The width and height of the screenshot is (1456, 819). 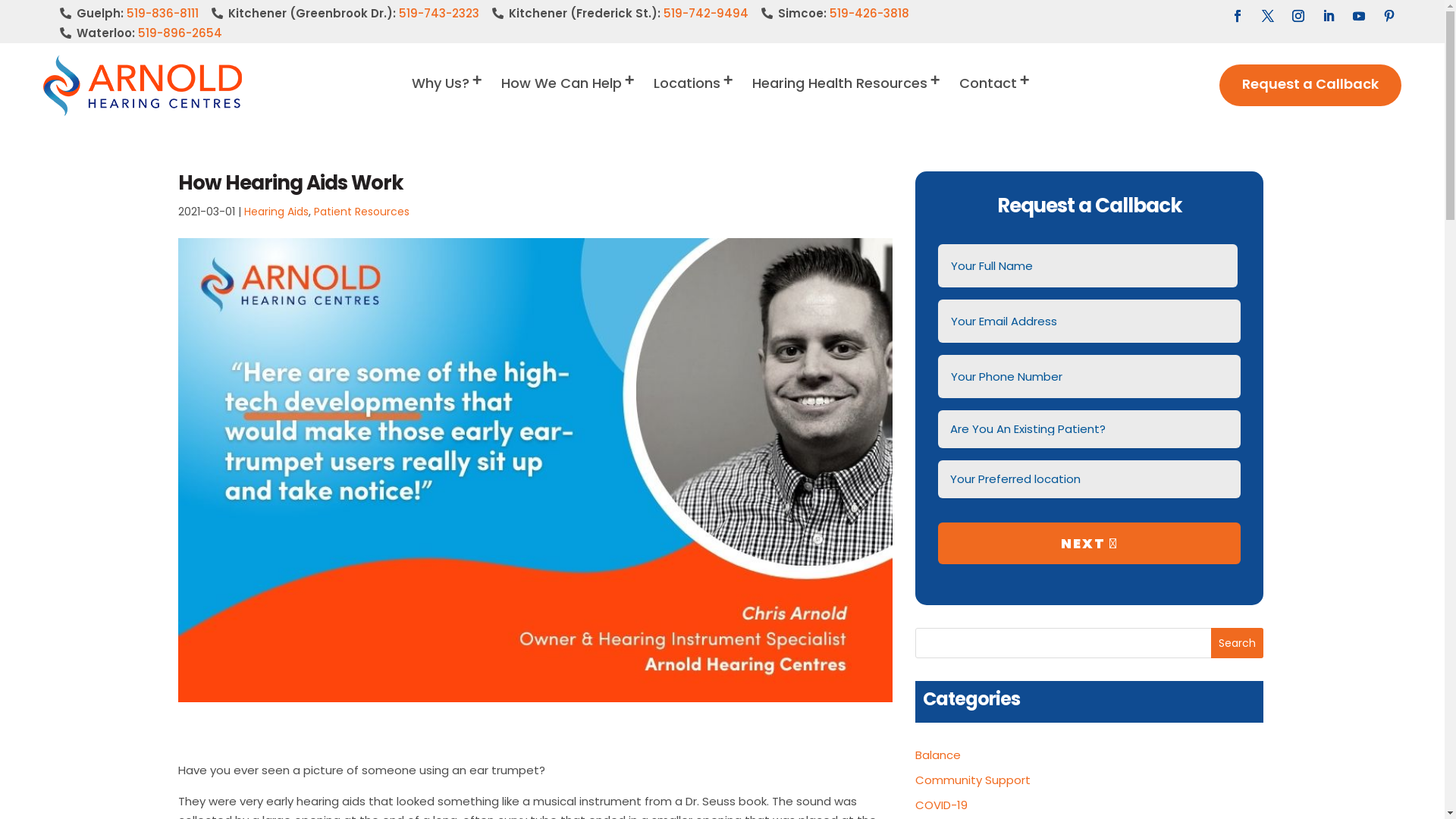 I want to click on 'Why Us?', so click(x=411, y=96).